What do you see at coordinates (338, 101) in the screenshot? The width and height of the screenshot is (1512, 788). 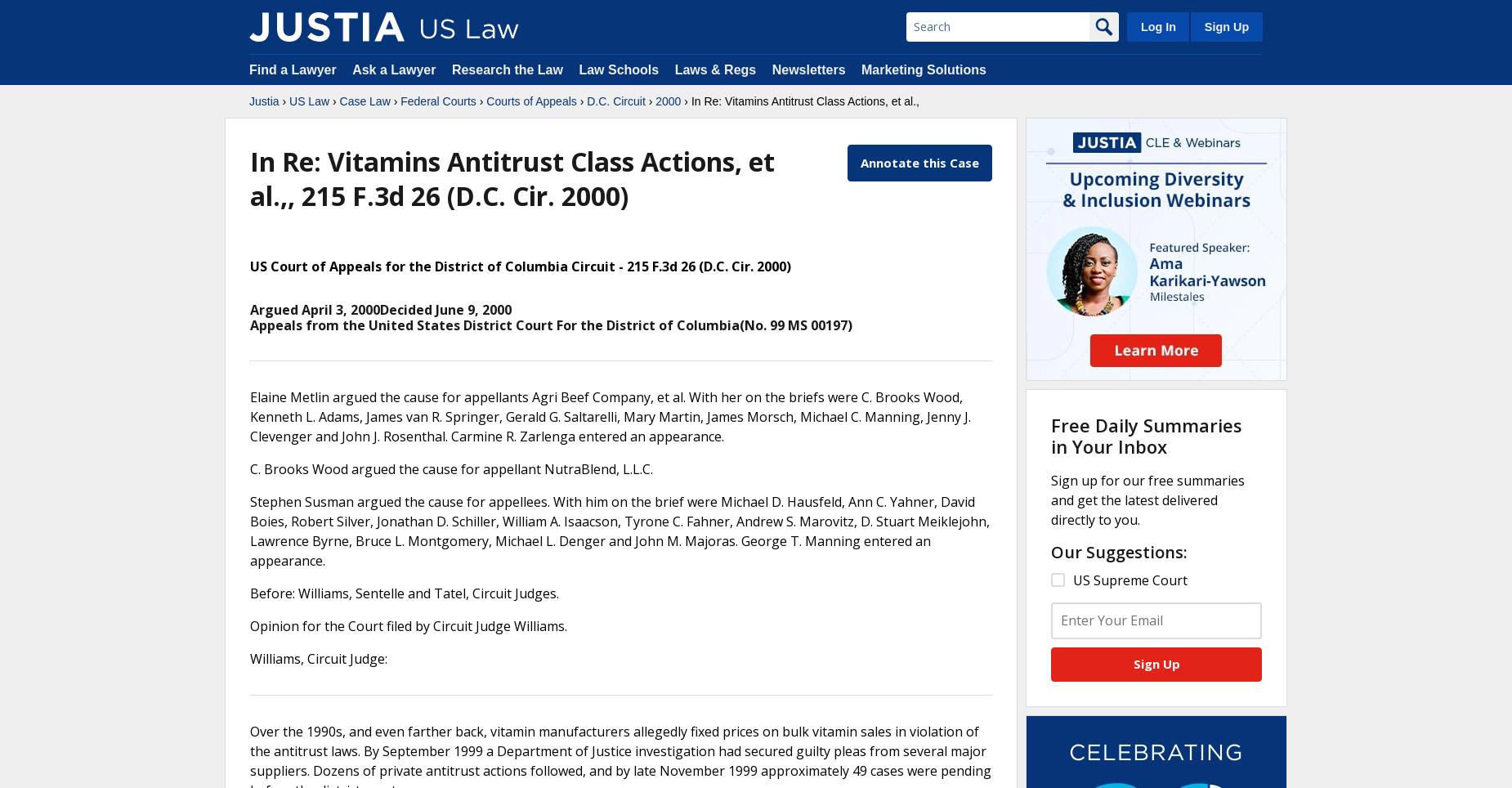 I see `'Case Law'` at bounding box center [338, 101].